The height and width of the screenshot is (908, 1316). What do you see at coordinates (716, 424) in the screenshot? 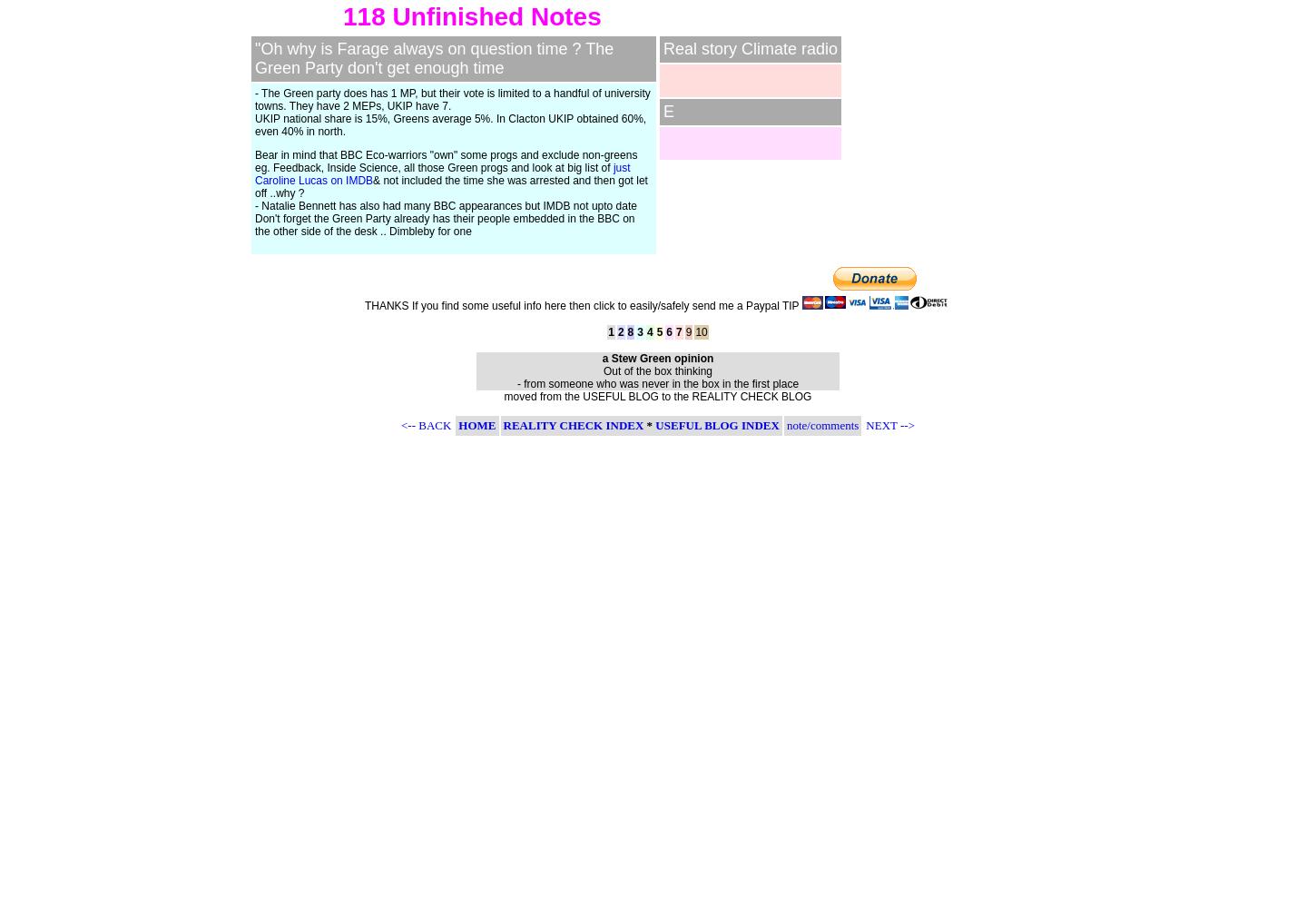
I see `'USEFUL BLOG      INDEX'` at bounding box center [716, 424].